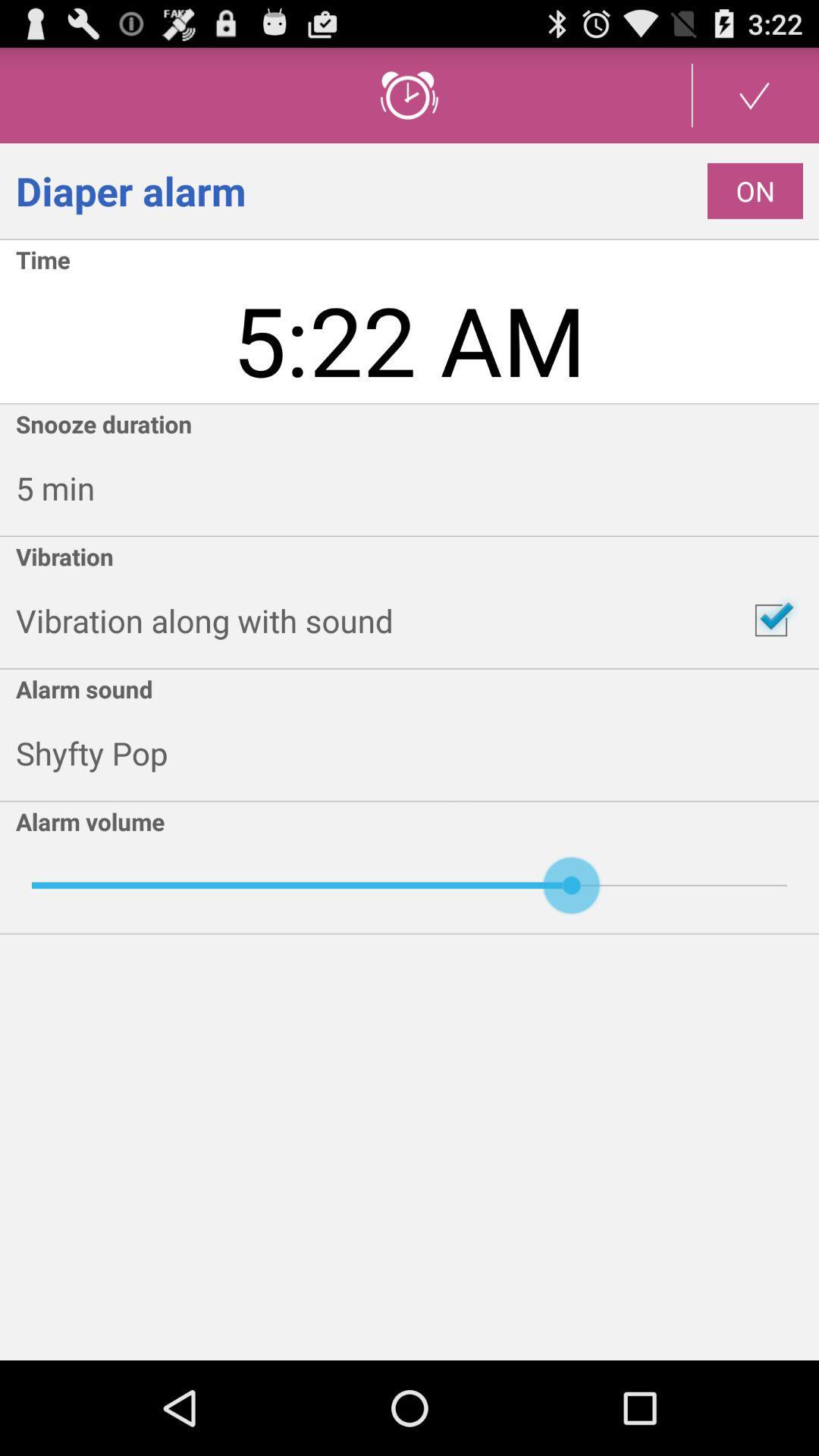 Image resolution: width=819 pixels, height=1456 pixels. Describe the element at coordinates (771, 620) in the screenshot. I see `option vibration along with sound` at that location.